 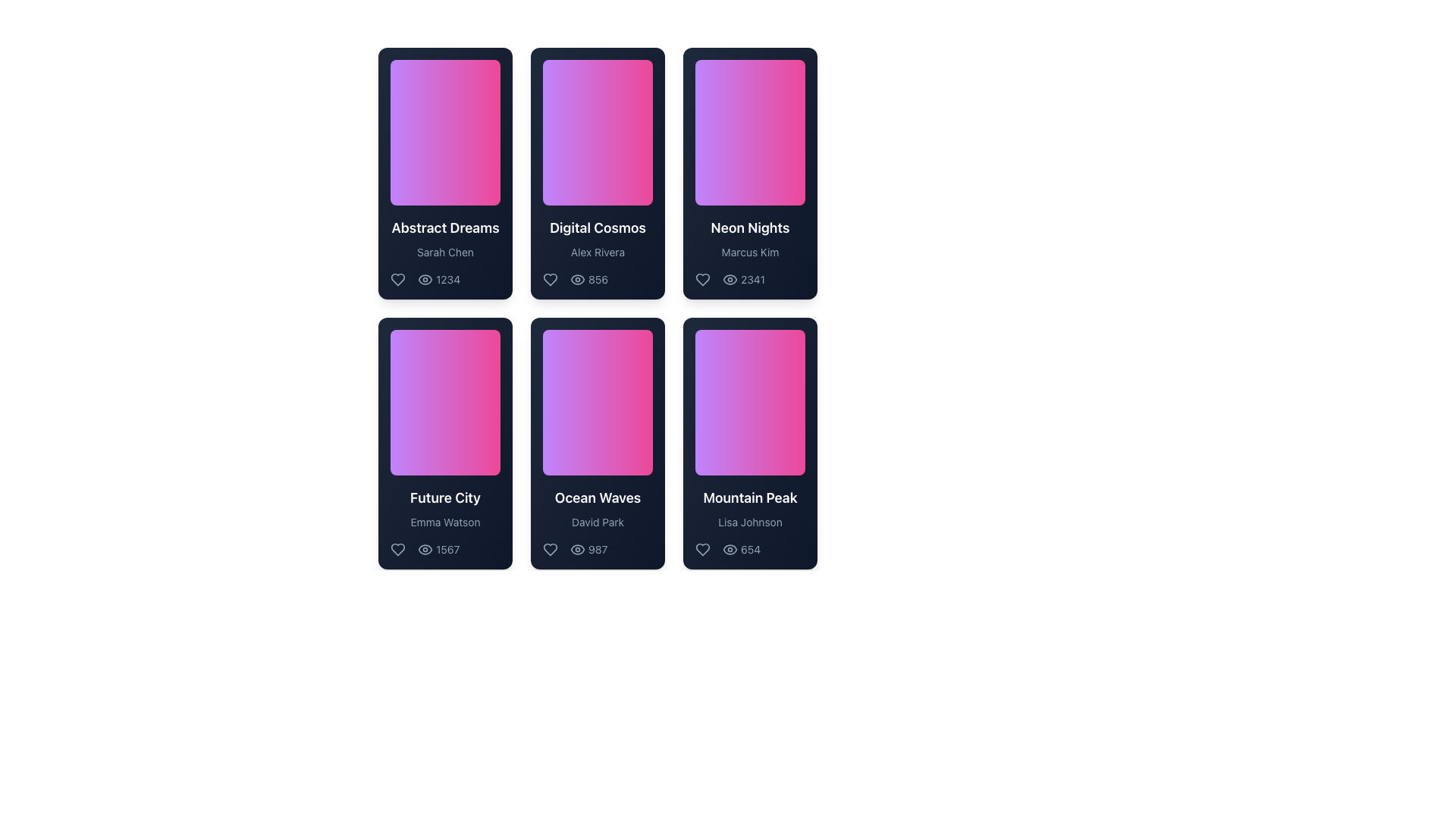 I want to click on the eye icon, which is a grayish-white circular iris encased in an oval shape, located to the left of the number '1567' in the 'Future City' card section, so click(x=425, y=550).